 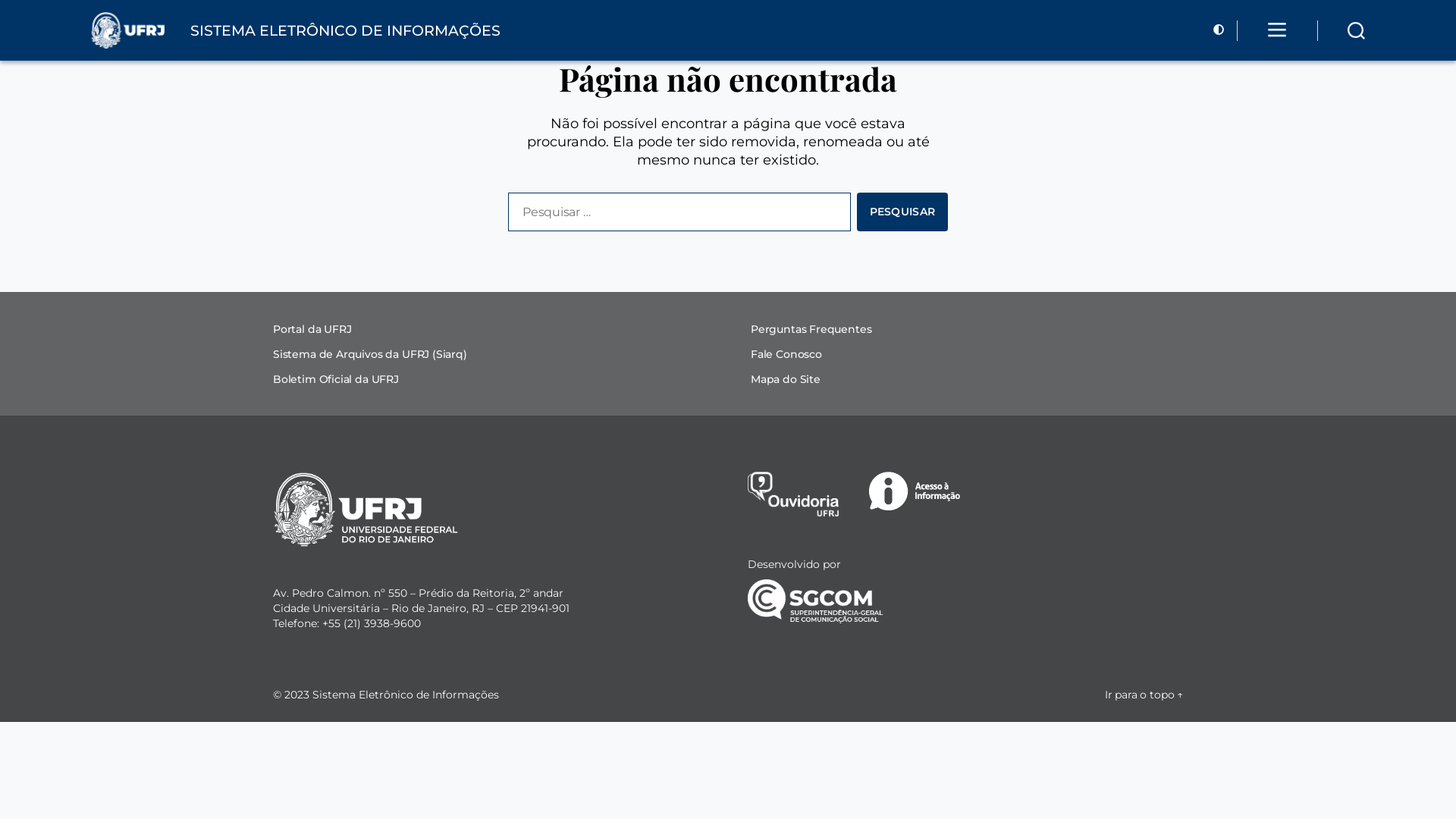 What do you see at coordinates (786, 378) in the screenshot?
I see `'Mapa do Site'` at bounding box center [786, 378].